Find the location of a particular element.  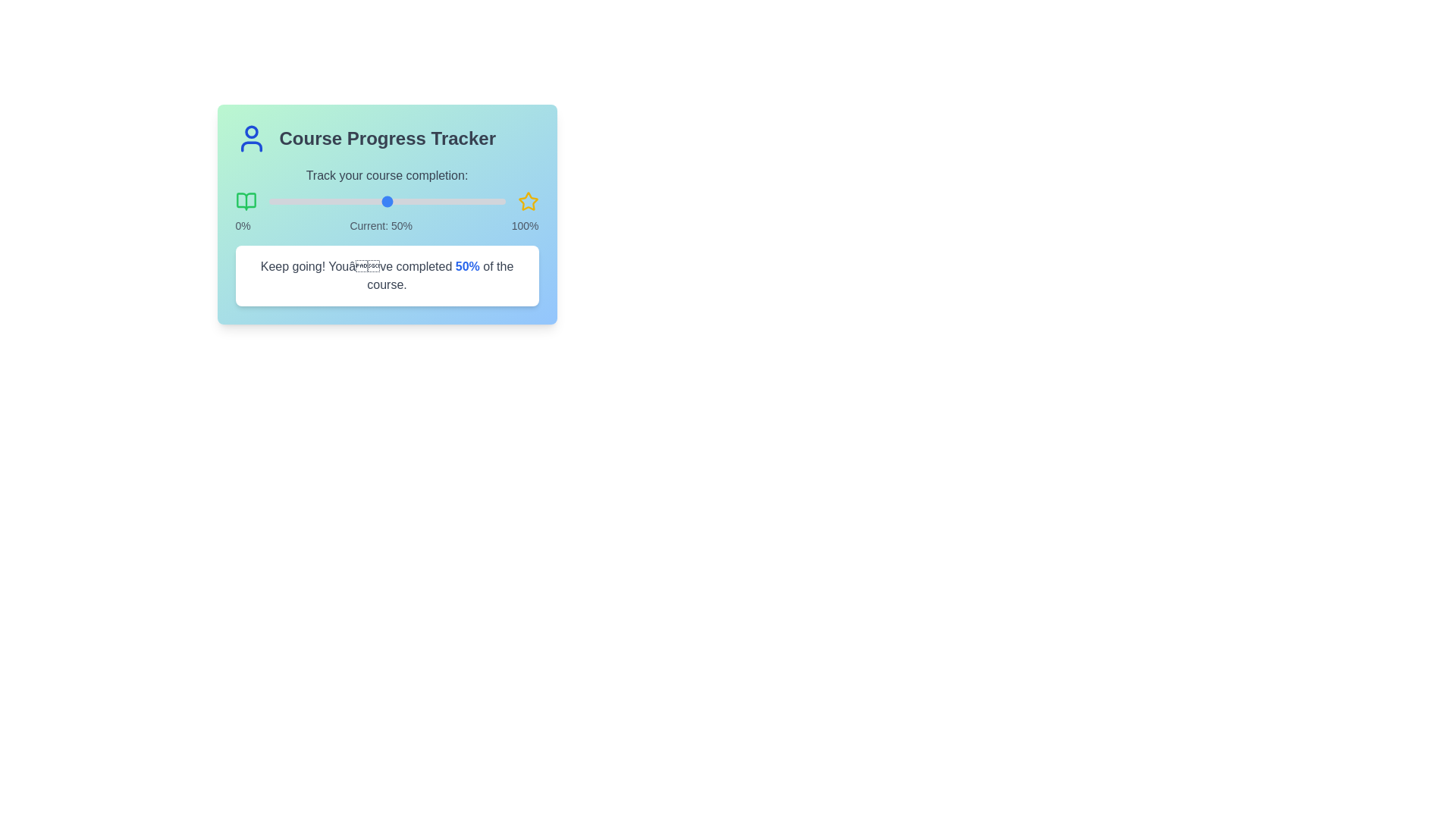

the progress slider to 6% completion is located at coordinates (283, 201).